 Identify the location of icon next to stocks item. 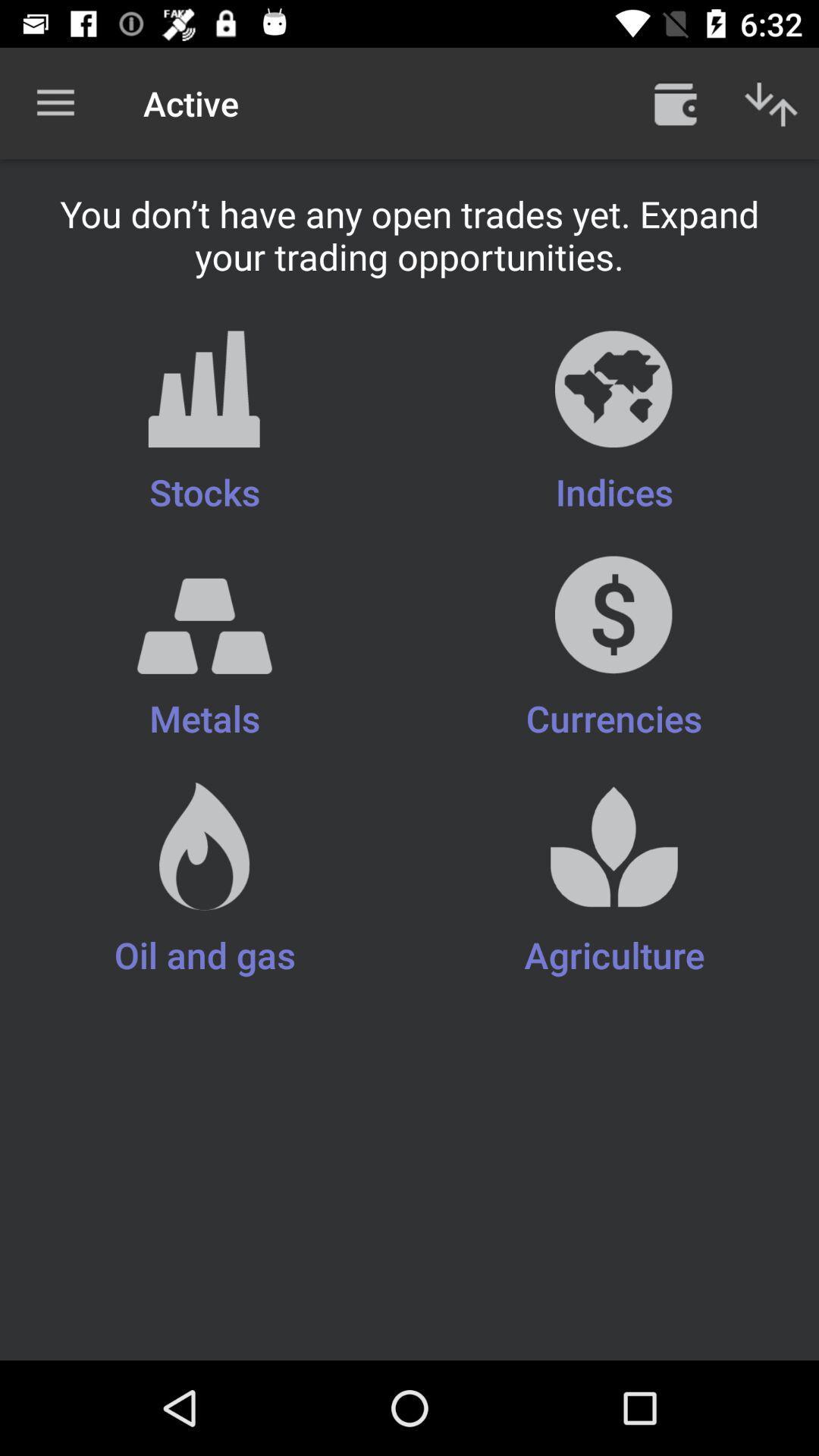
(614, 423).